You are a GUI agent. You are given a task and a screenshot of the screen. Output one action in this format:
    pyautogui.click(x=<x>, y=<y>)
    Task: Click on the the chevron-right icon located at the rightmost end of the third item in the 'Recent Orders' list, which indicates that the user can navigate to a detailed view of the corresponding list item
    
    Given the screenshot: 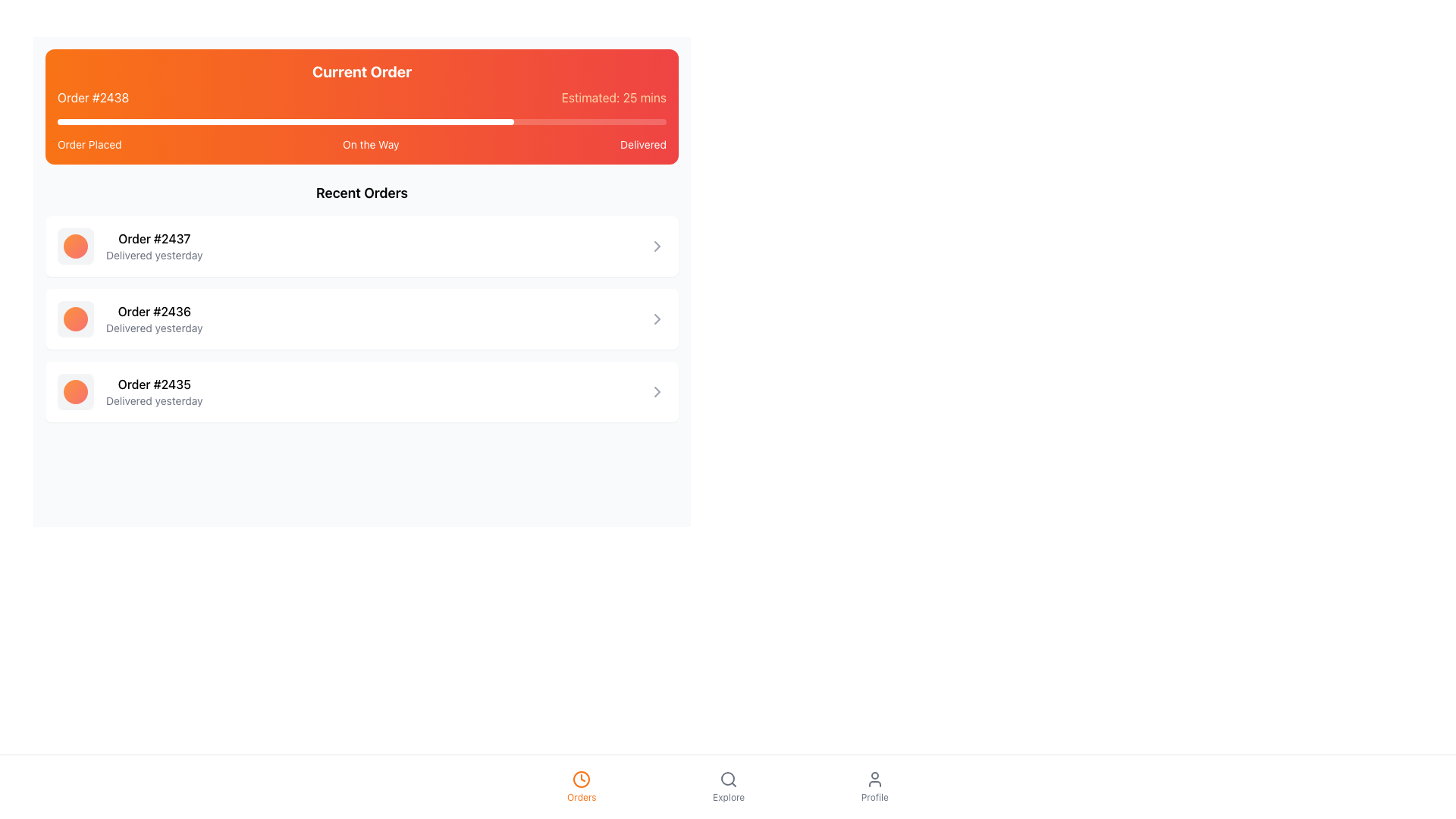 What is the action you would take?
    pyautogui.click(x=657, y=318)
    